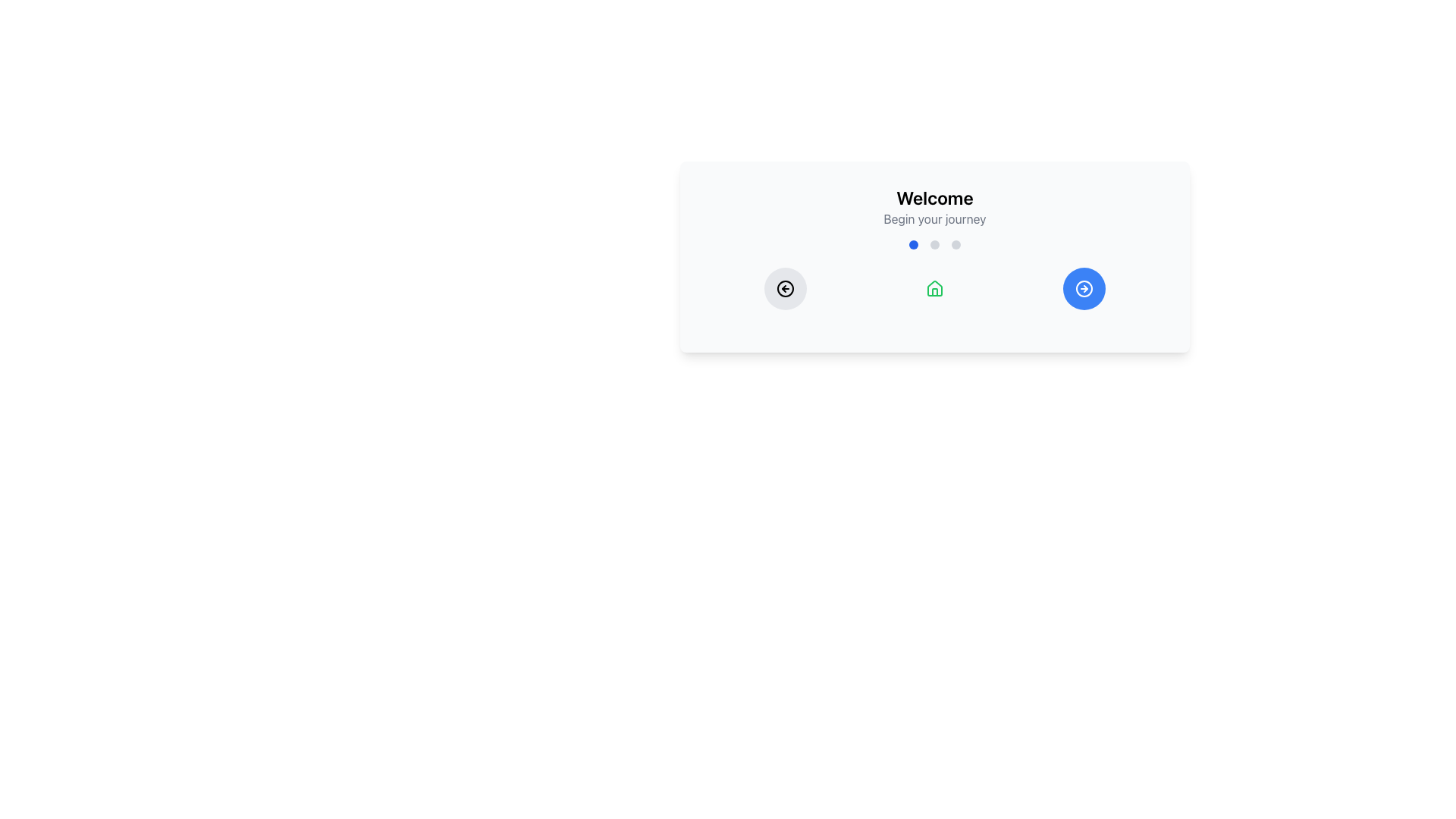 The height and width of the screenshot is (819, 1456). I want to click on the Static text block that serves as a welcoming headline for the card, located at the upper half of the card above graphical elements, so click(934, 207).